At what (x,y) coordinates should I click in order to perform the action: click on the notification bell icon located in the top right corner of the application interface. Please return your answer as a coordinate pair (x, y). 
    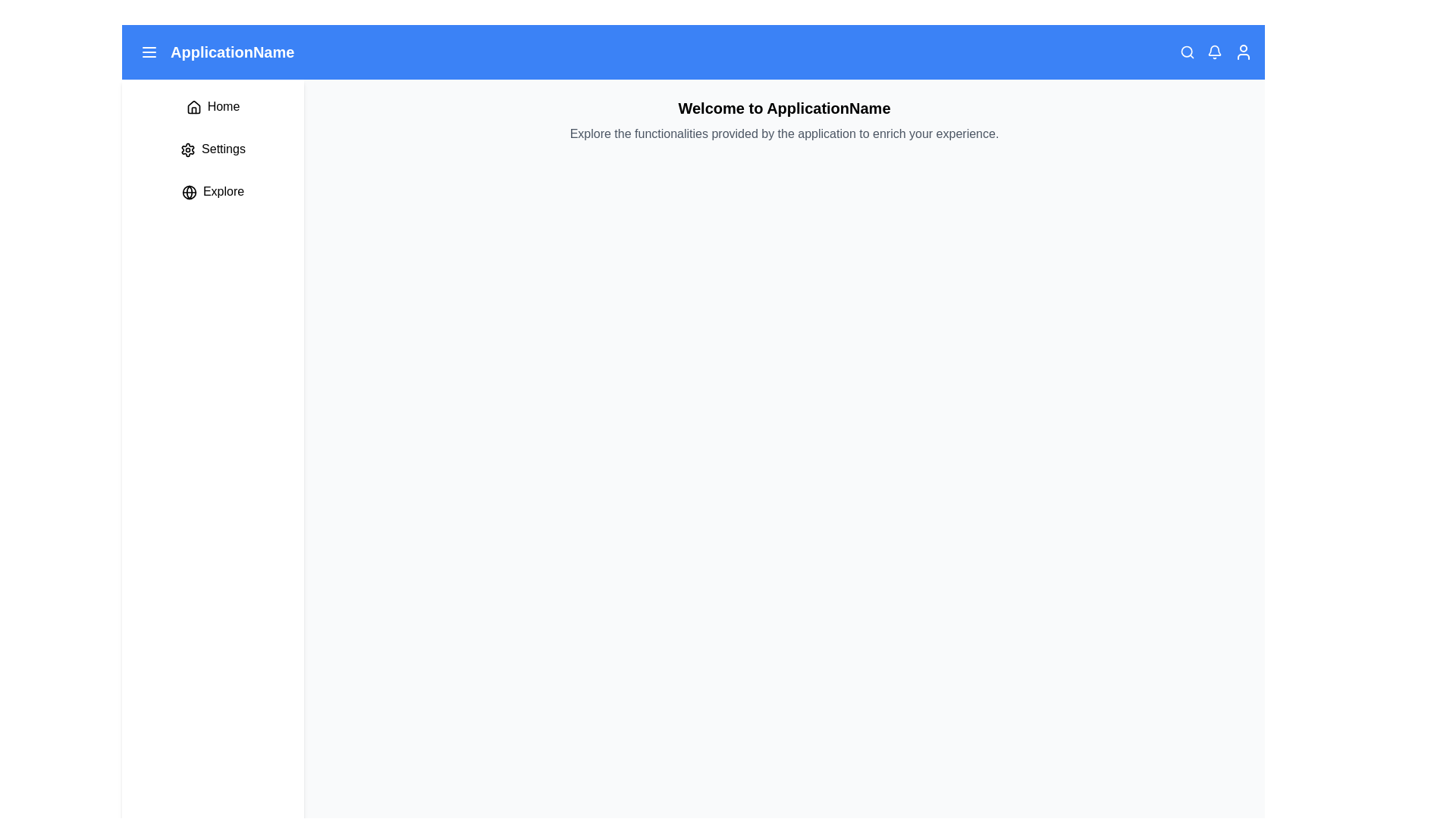
    Looking at the image, I should click on (1215, 52).